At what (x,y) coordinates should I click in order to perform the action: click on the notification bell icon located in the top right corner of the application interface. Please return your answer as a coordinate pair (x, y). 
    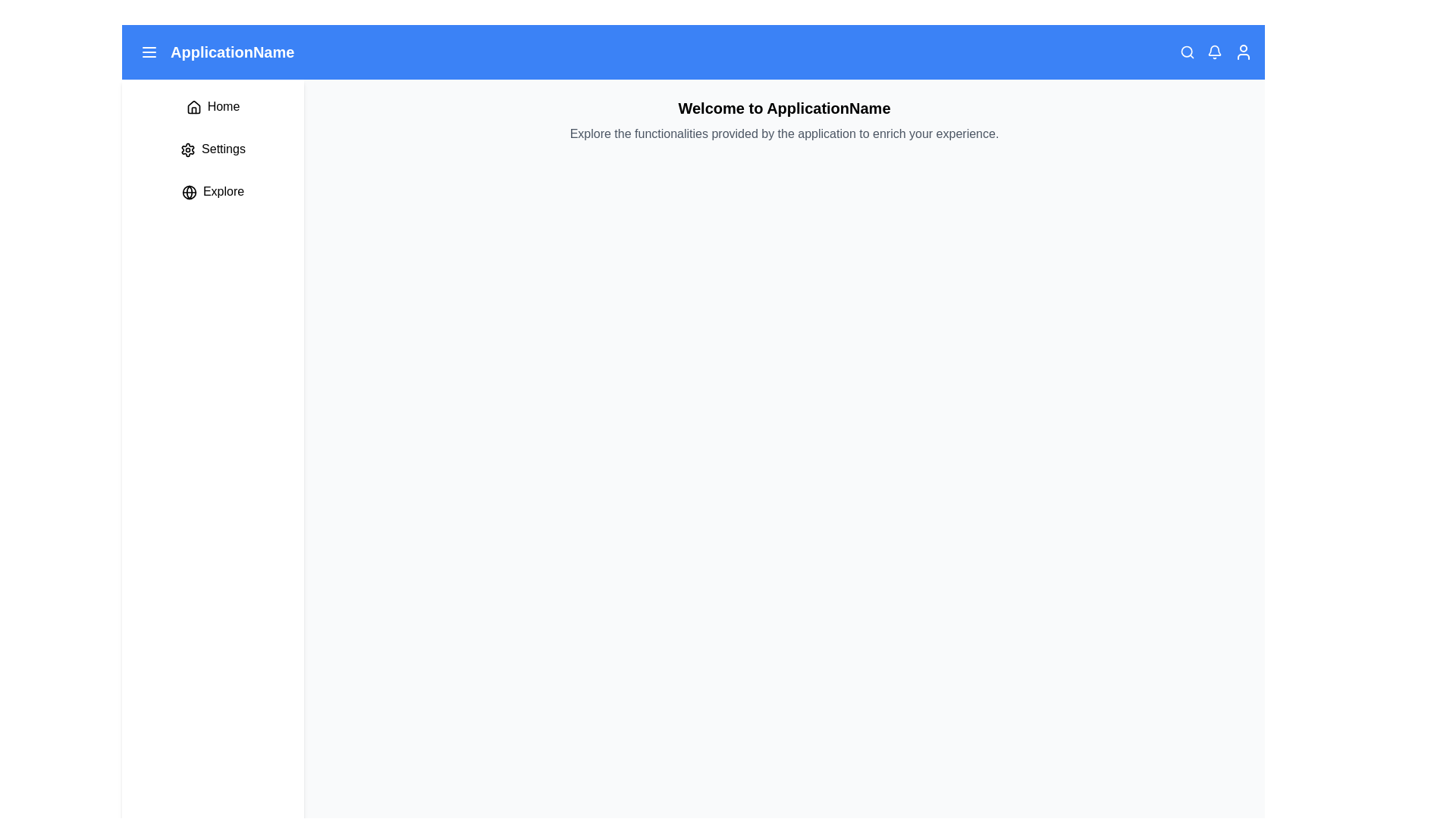
    Looking at the image, I should click on (1215, 52).